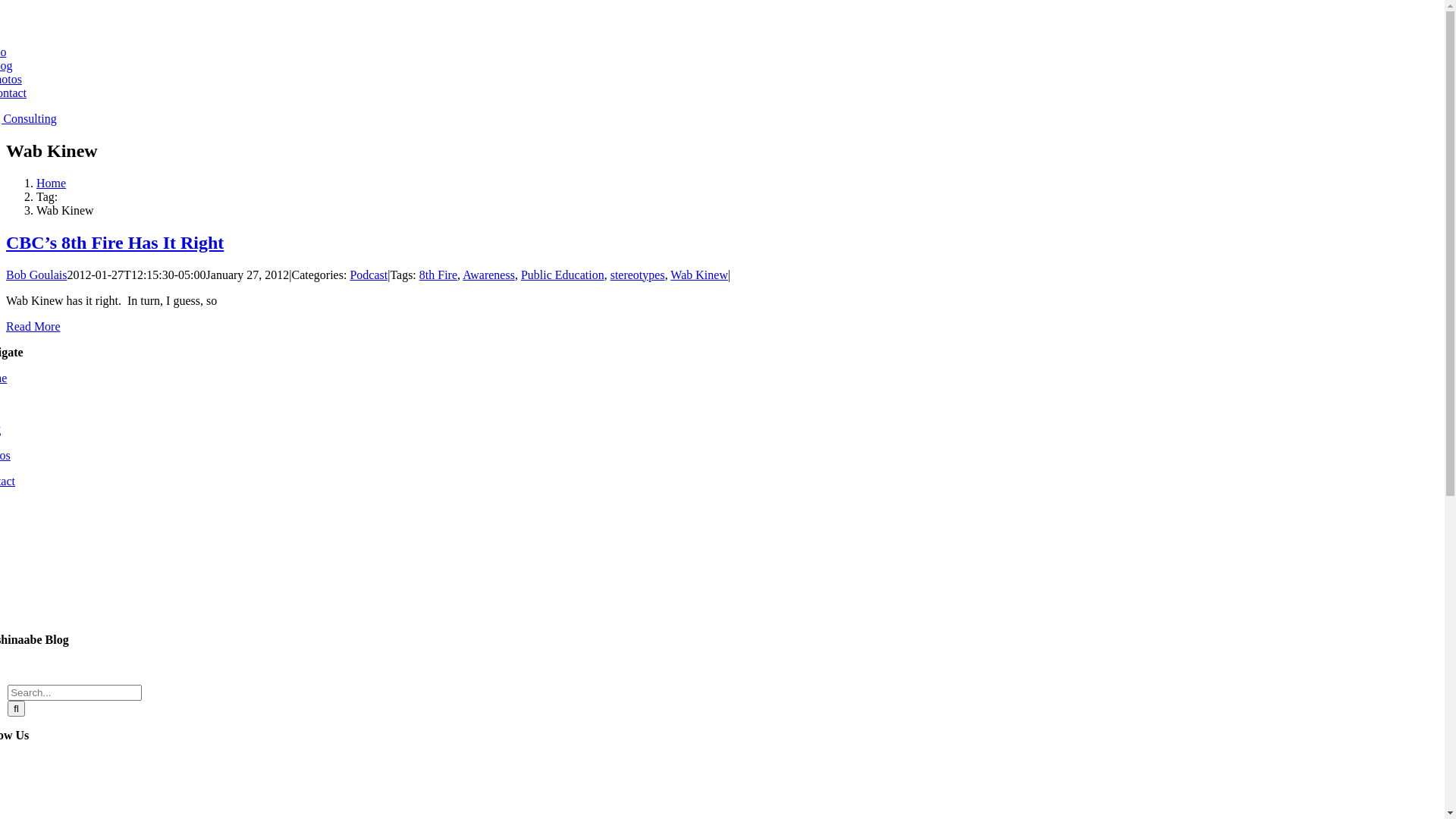 The image size is (1456, 819). Describe the element at coordinates (51, 182) in the screenshot. I see `'Home'` at that location.